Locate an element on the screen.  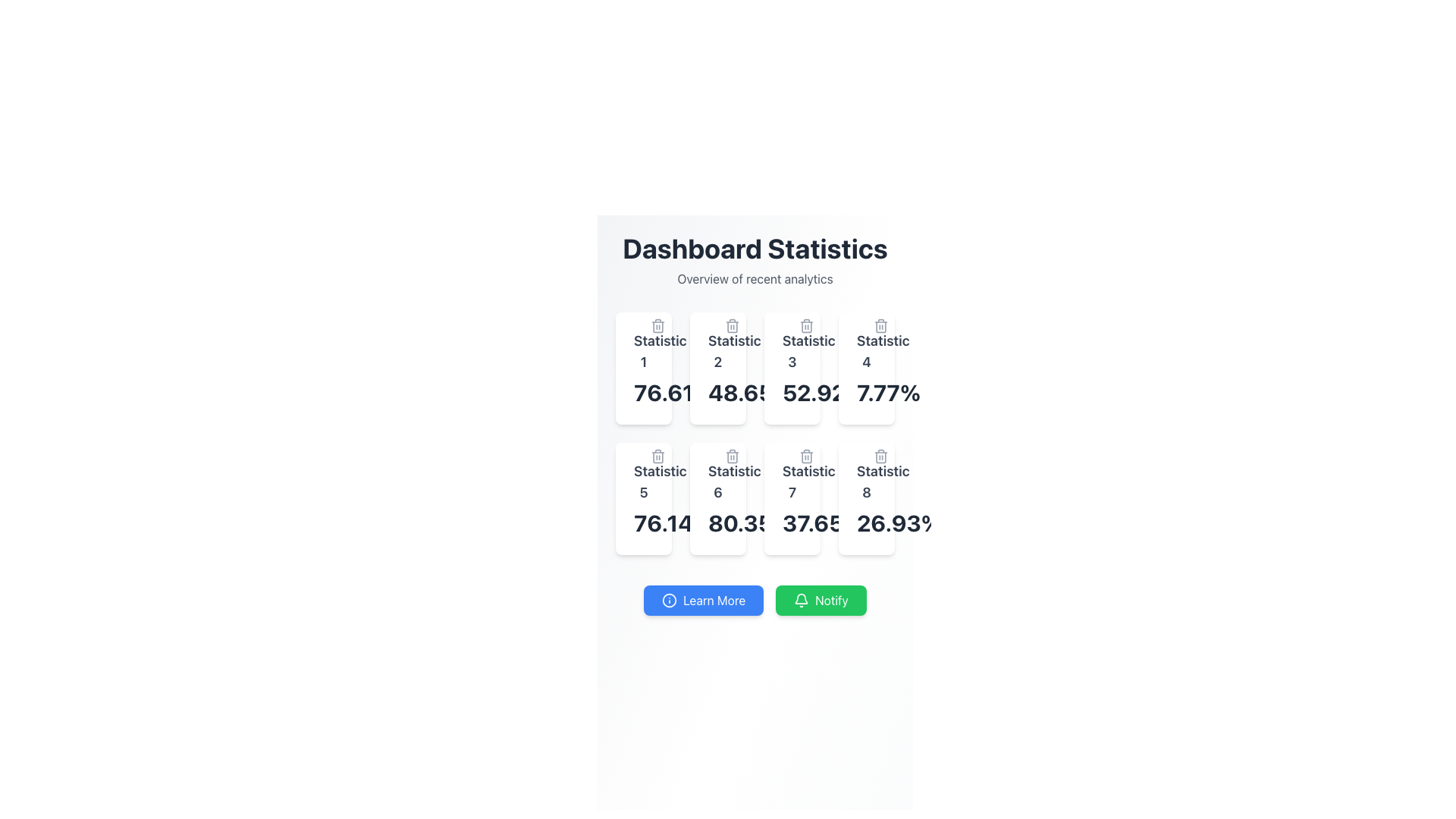
the informational card displaying 'Statistic 6' with the value '80.35%', located in the second row, second column of the 2x4 grid is located at coordinates (717, 499).